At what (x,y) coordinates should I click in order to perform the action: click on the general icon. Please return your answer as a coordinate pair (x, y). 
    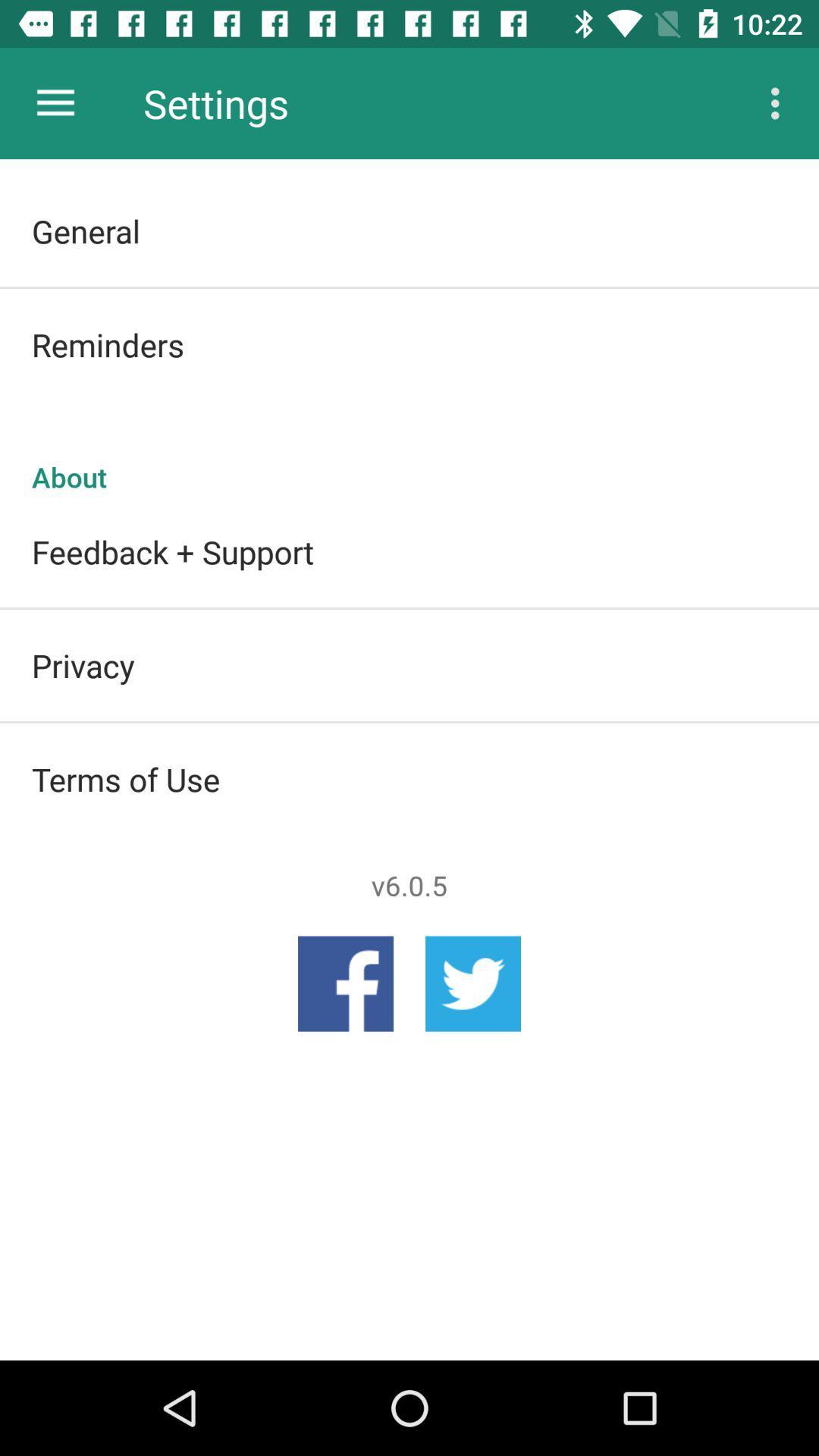
    Looking at the image, I should click on (409, 230).